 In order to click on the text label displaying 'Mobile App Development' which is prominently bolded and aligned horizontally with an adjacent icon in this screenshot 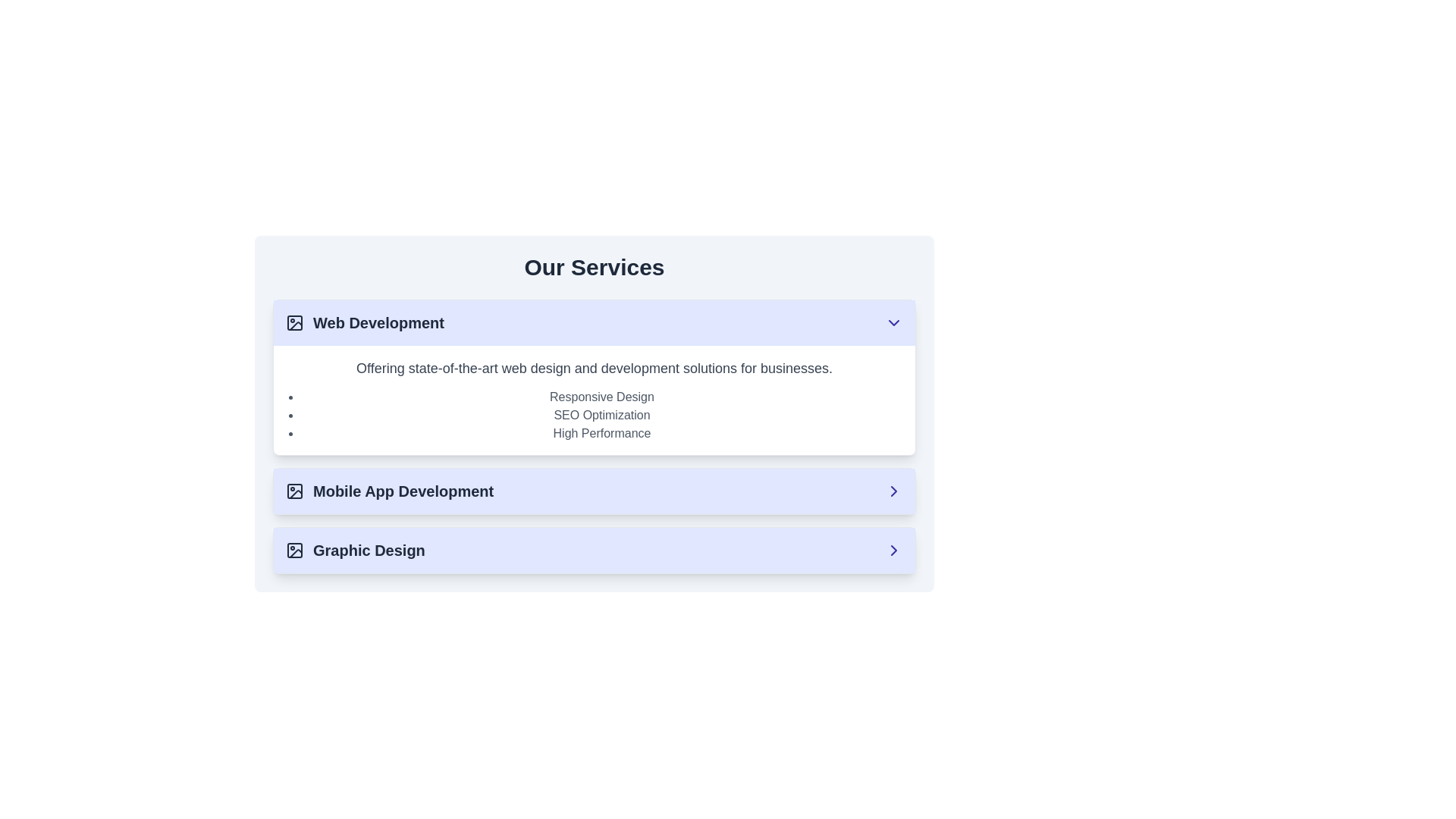, I will do `click(390, 491)`.